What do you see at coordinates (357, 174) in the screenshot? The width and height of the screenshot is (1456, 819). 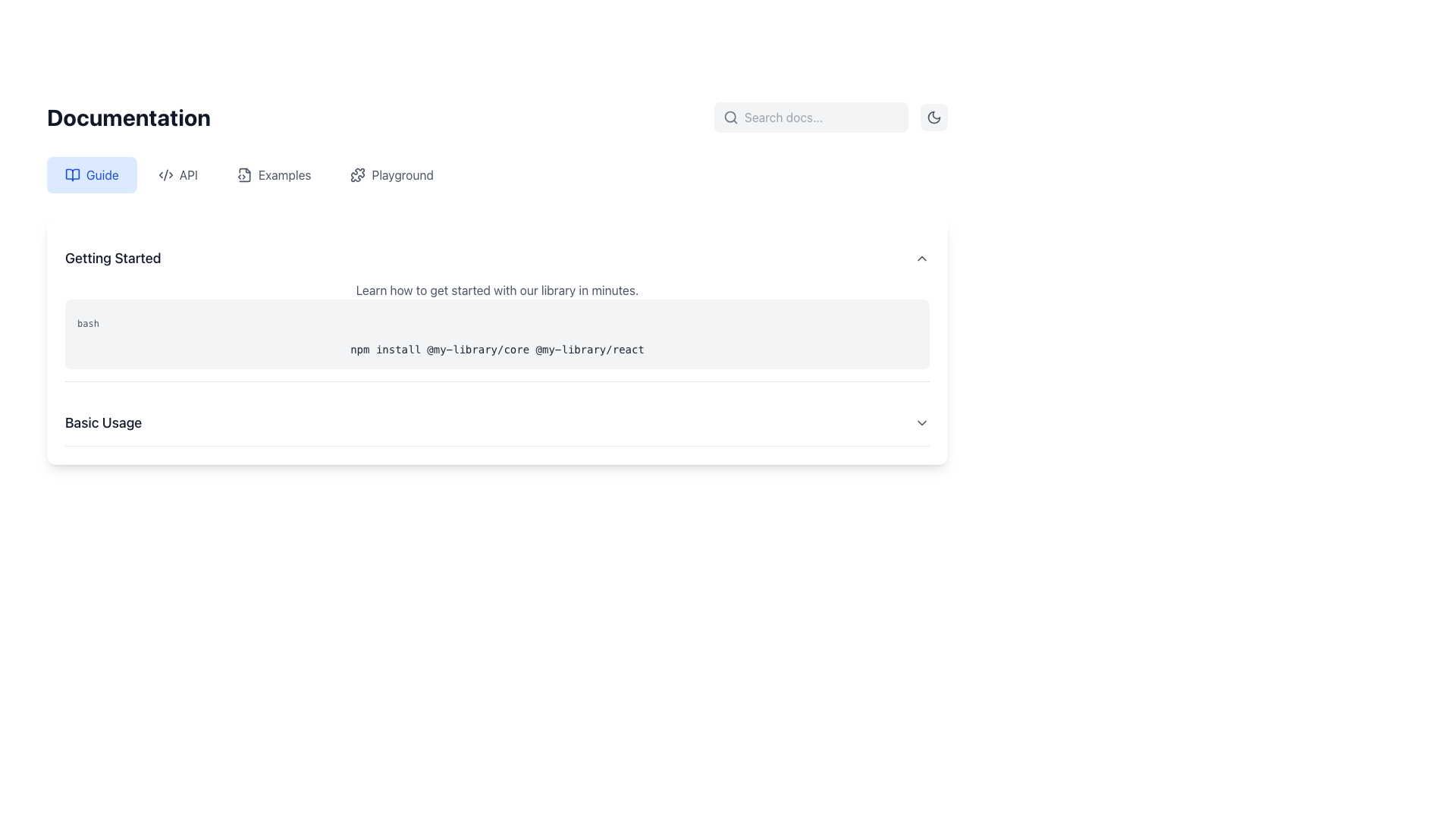 I see `the decorative icon that visually distinguishes the 'Playground' section in the navigation area, located to the left of the 'Playground' label` at bounding box center [357, 174].